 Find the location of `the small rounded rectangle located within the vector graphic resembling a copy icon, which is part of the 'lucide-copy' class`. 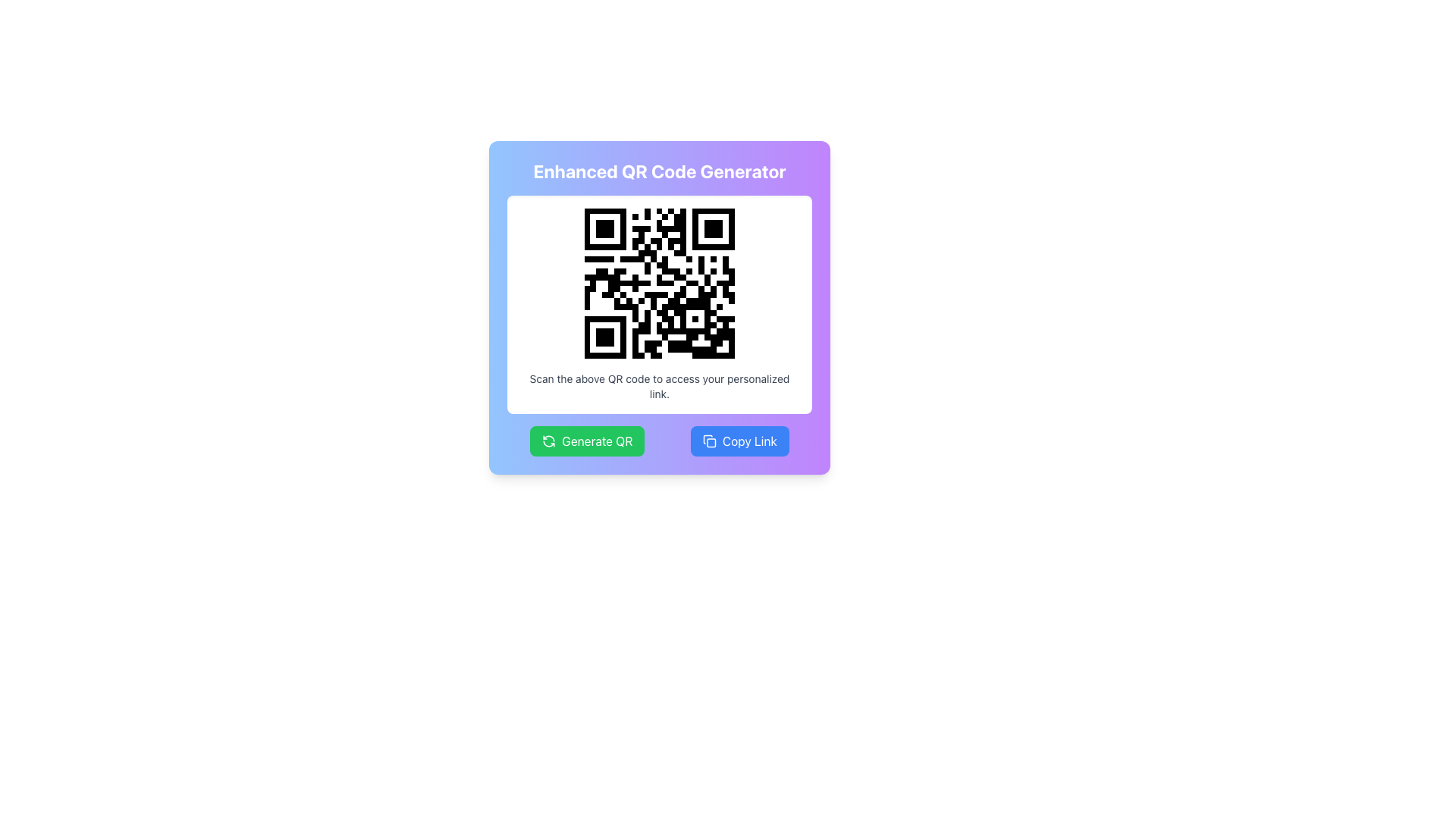

the small rounded rectangle located within the vector graphic resembling a copy icon, which is part of the 'lucide-copy' class is located at coordinates (711, 443).